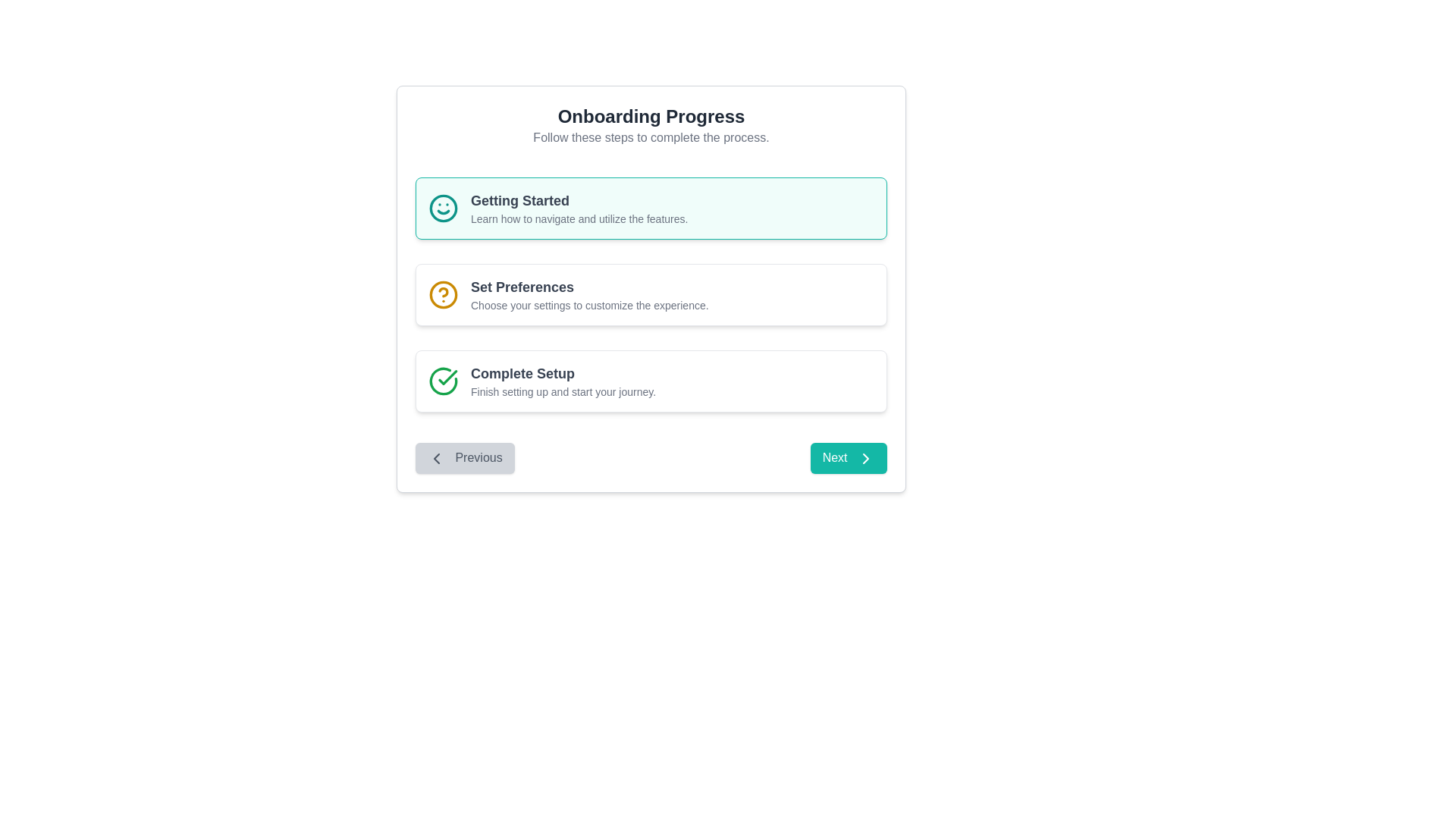 Image resolution: width=1456 pixels, height=819 pixels. What do you see at coordinates (443, 295) in the screenshot?
I see `the icon that represents a step in the onboarding process, located to the left of the 'Set Preferences' label in the Onboarding Progress interface` at bounding box center [443, 295].